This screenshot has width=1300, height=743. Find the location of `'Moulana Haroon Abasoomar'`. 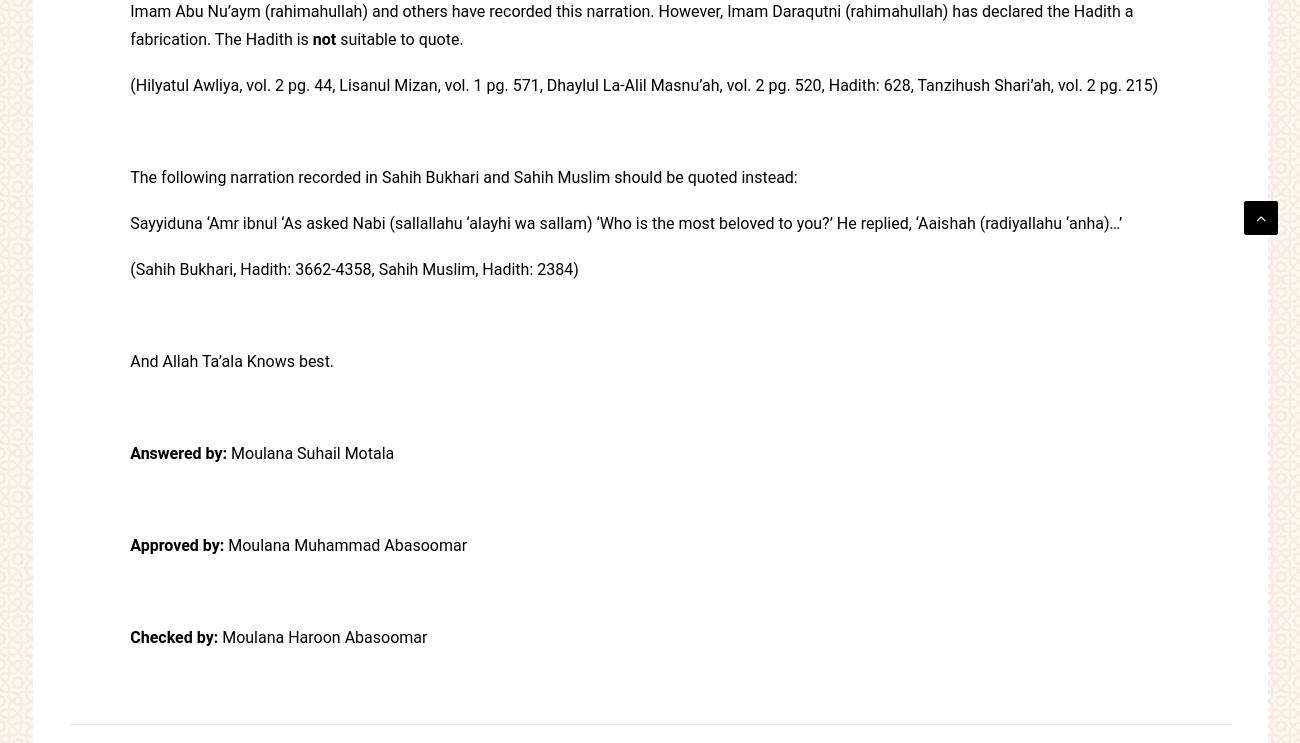

'Moulana Haroon Abasoomar' is located at coordinates (322, 638).